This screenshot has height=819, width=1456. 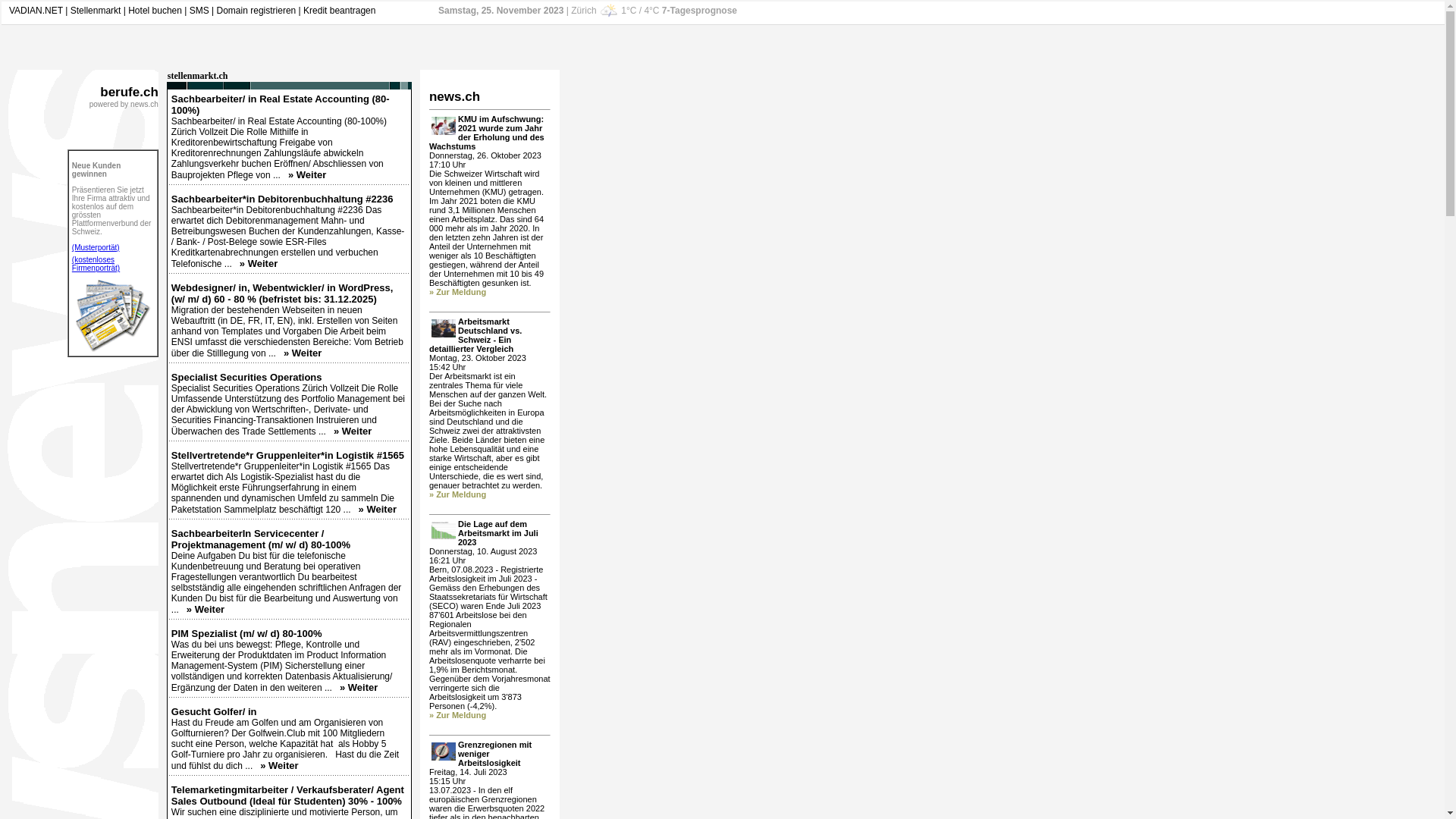 I want to click on 'Hotel buchen', so click(x=155, y=11).